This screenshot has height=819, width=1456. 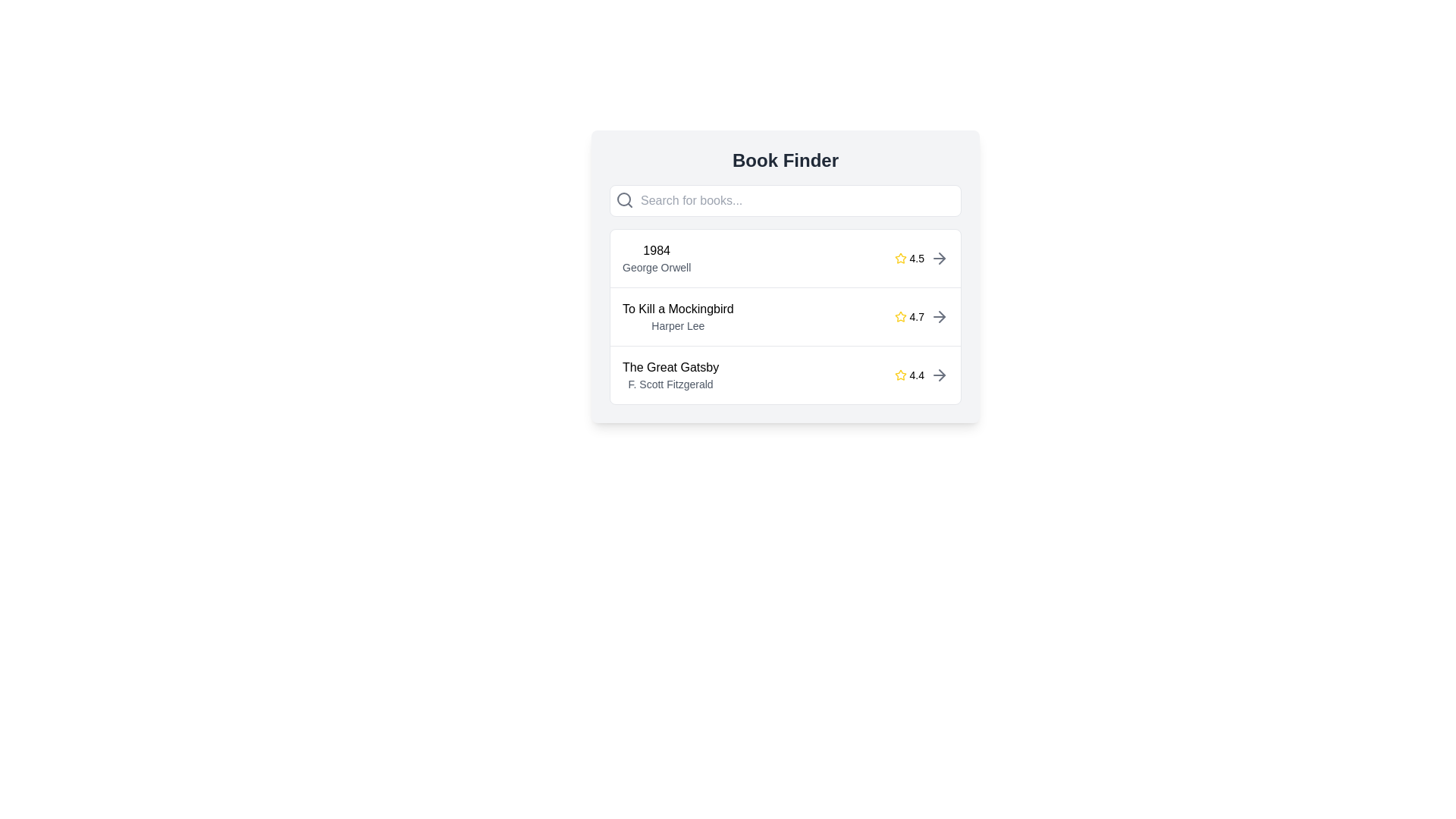 What do you see at coordinates (786, 315) in the screenshot?
I see `to select the second list item titled 'To Kill a Mockingbird' which displays the rating '4.7' and is located between the items for '1984' and 'The Great Gatsby'` at bounding box center [786, 315].